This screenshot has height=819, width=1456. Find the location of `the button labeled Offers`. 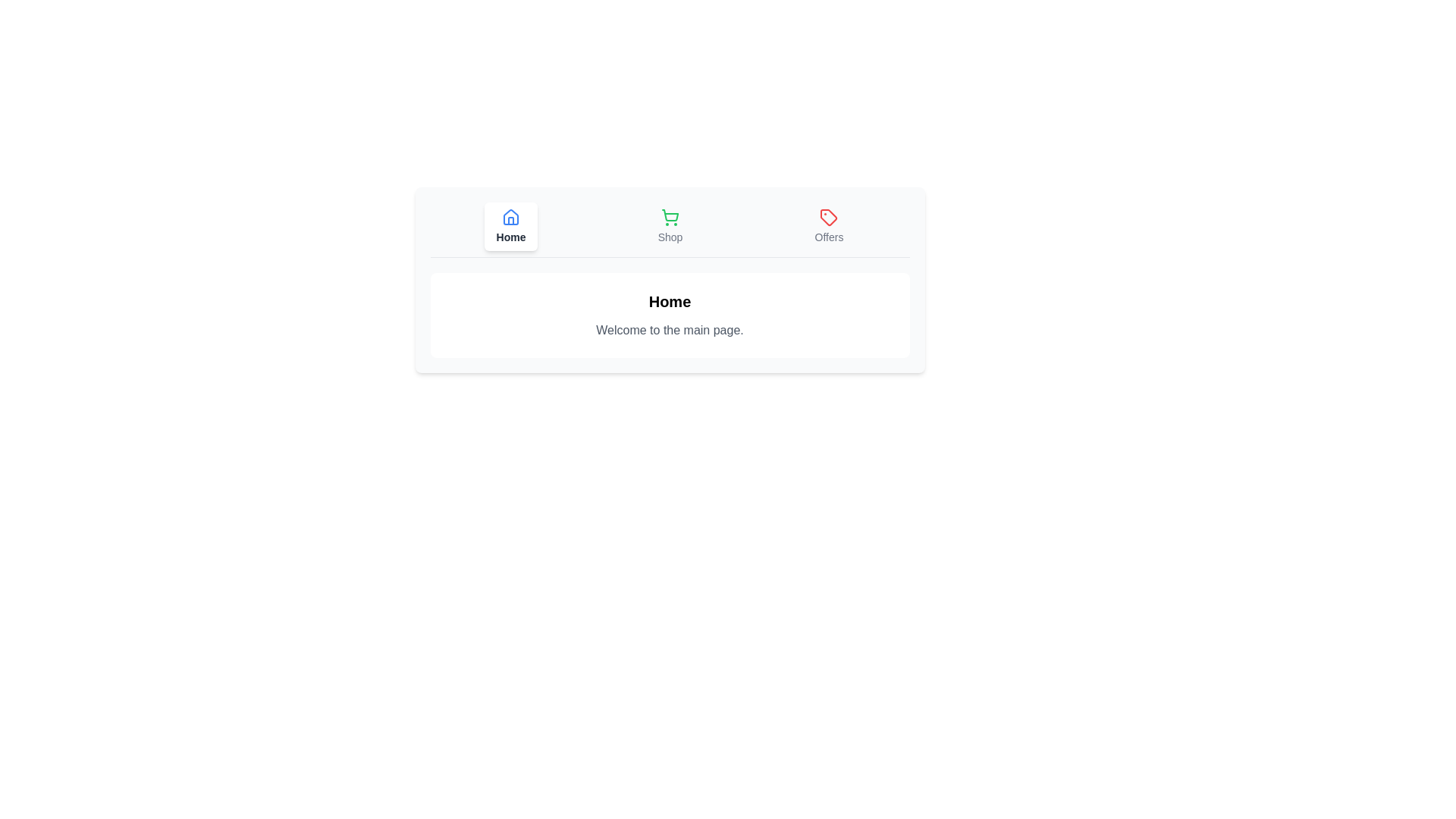

the button labeled Offers is located at coordinates (828, 227).